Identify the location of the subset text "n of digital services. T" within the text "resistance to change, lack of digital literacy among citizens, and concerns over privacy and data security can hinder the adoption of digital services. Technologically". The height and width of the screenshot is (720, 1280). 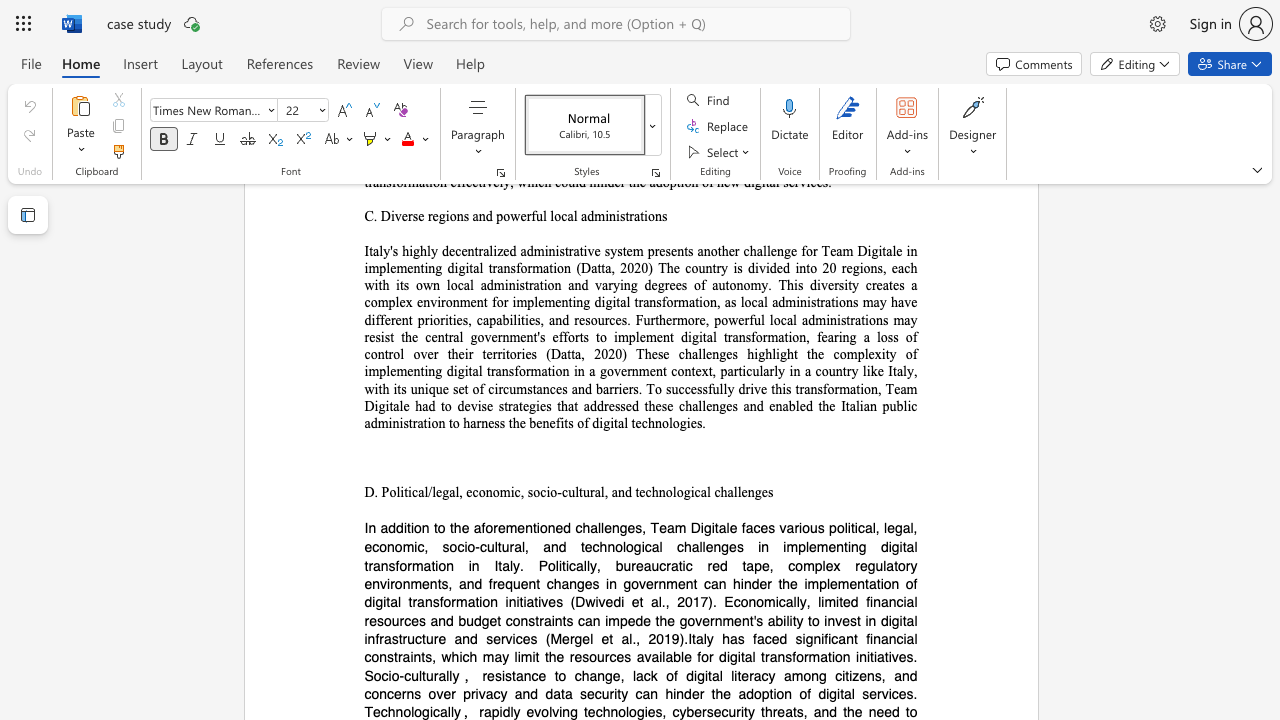
(783, 692).